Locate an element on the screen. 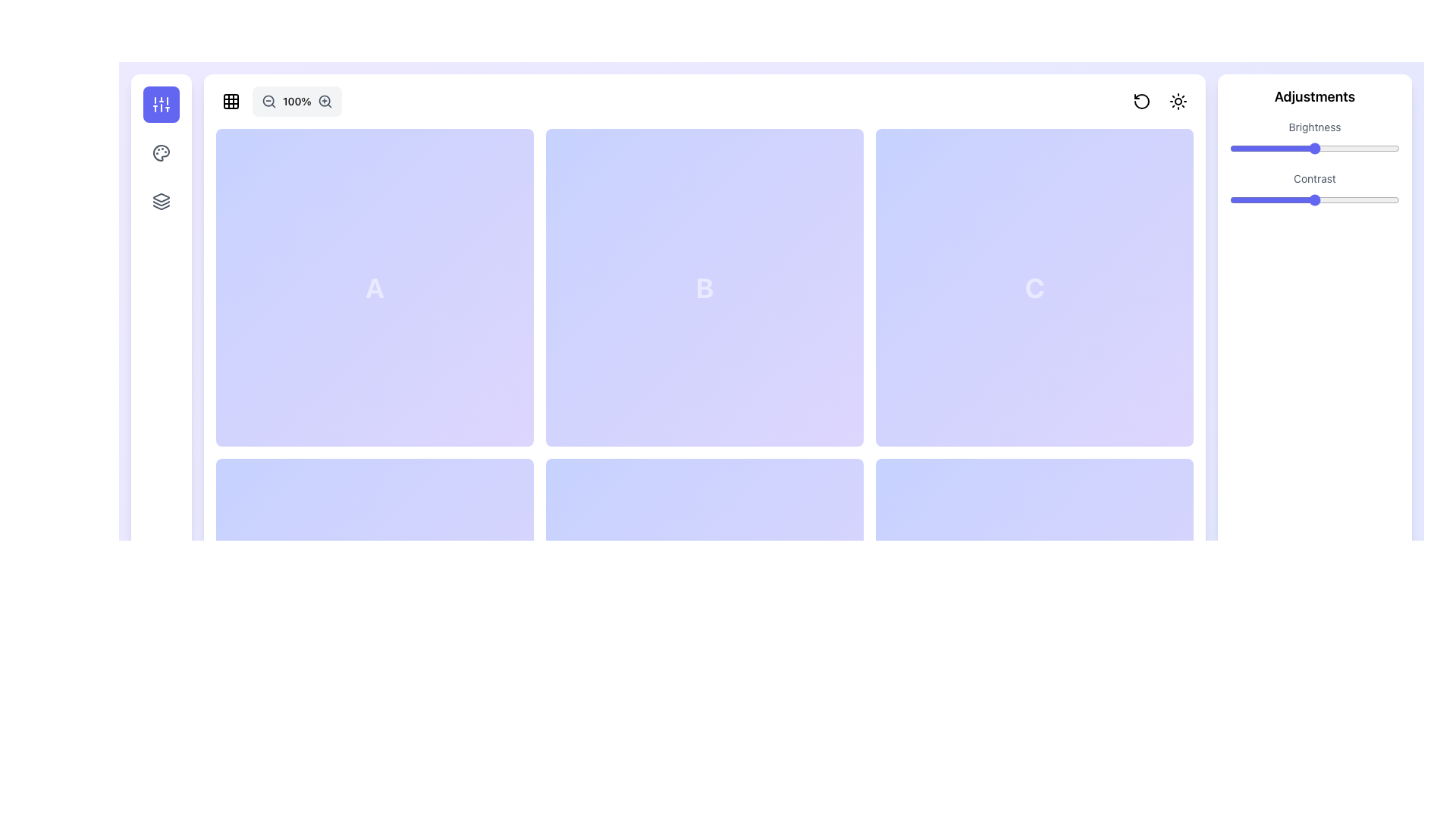 Image resolution: width=1456 pixels, height=819 pixels. contrast is located at coordinates (1382, 199).